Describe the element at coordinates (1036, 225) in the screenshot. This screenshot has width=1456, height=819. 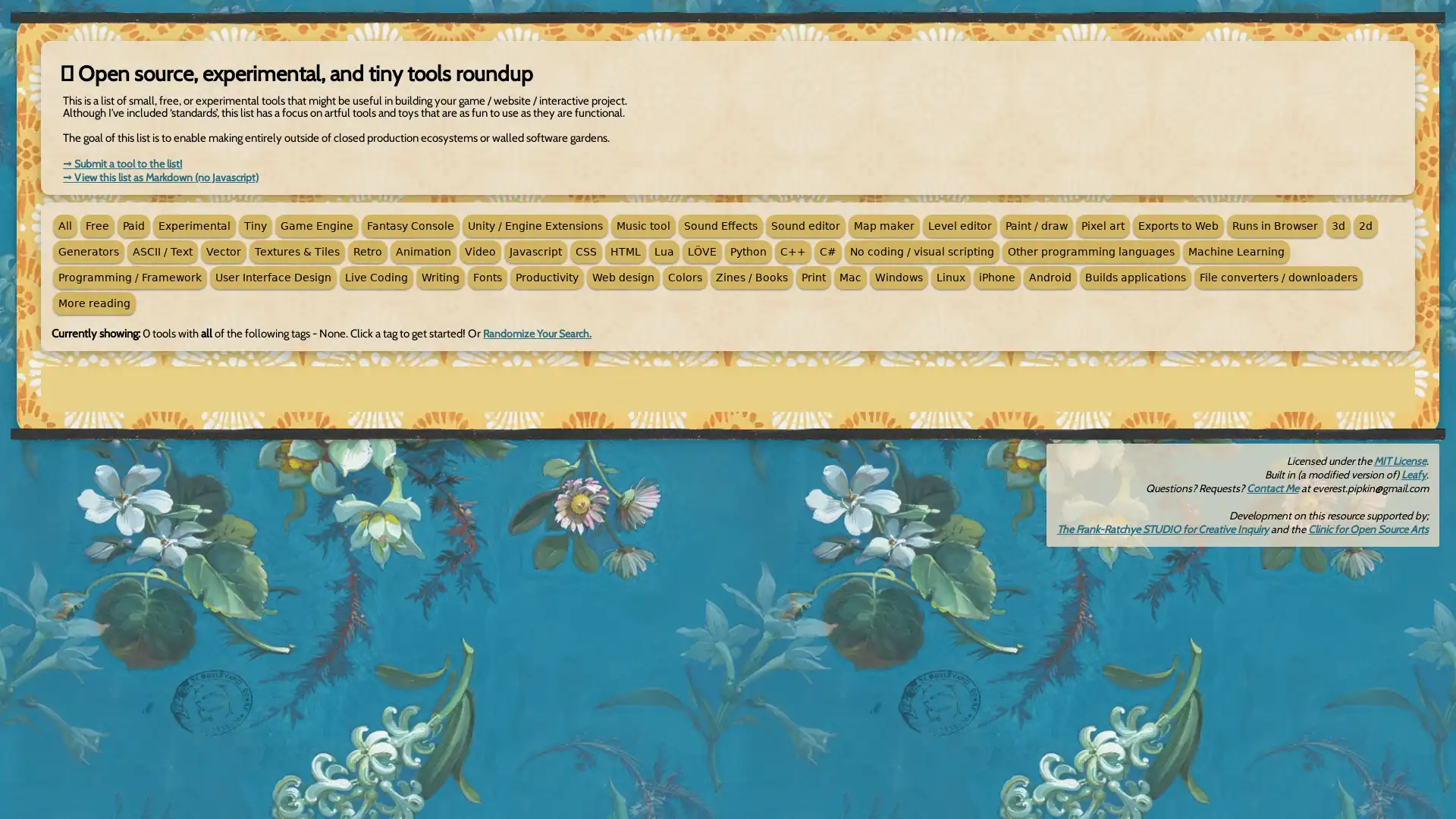
I see `Paint / draw` at that location.